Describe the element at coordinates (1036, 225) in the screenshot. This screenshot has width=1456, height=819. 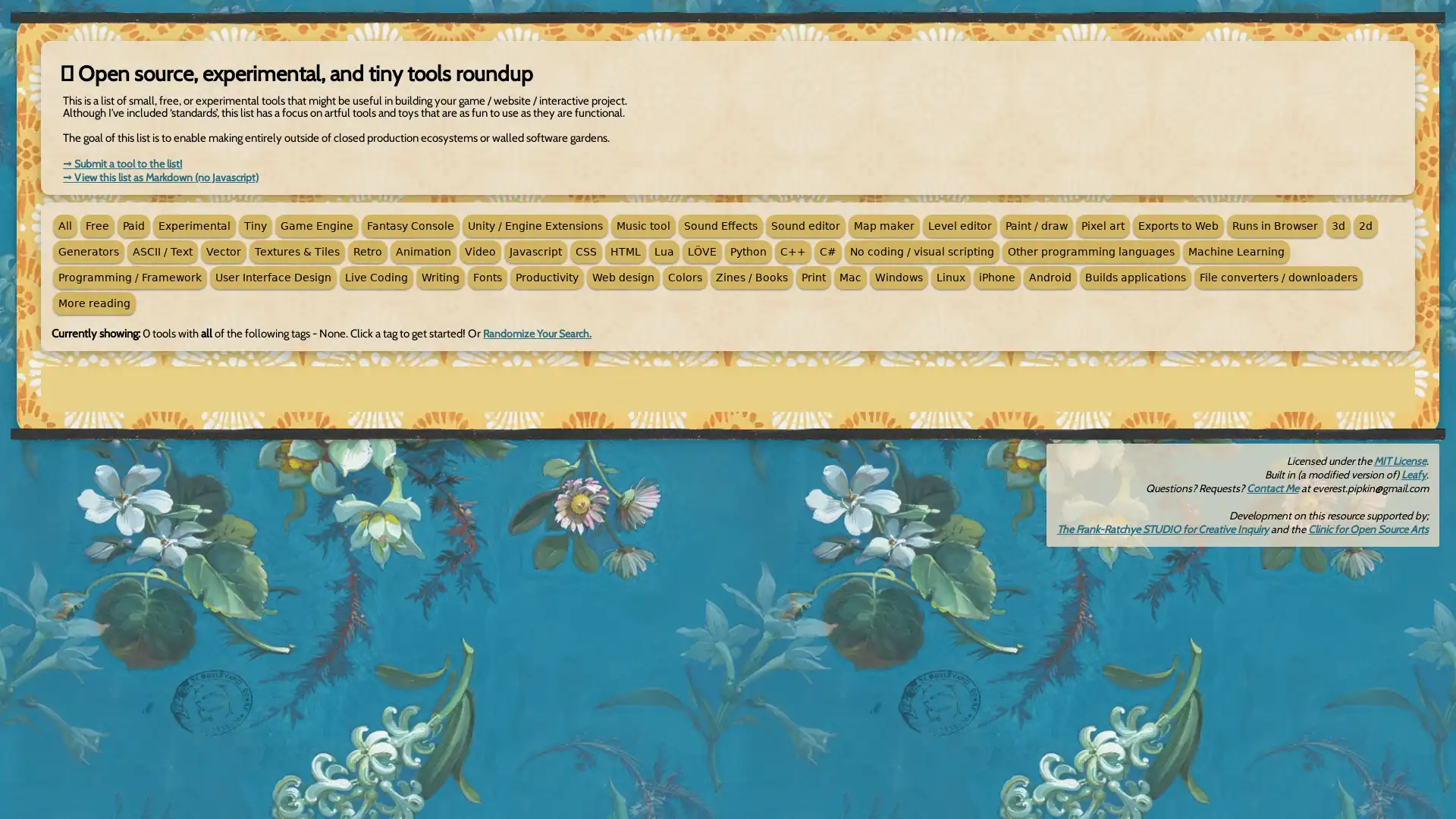
I see `Paint / draw` at that location.